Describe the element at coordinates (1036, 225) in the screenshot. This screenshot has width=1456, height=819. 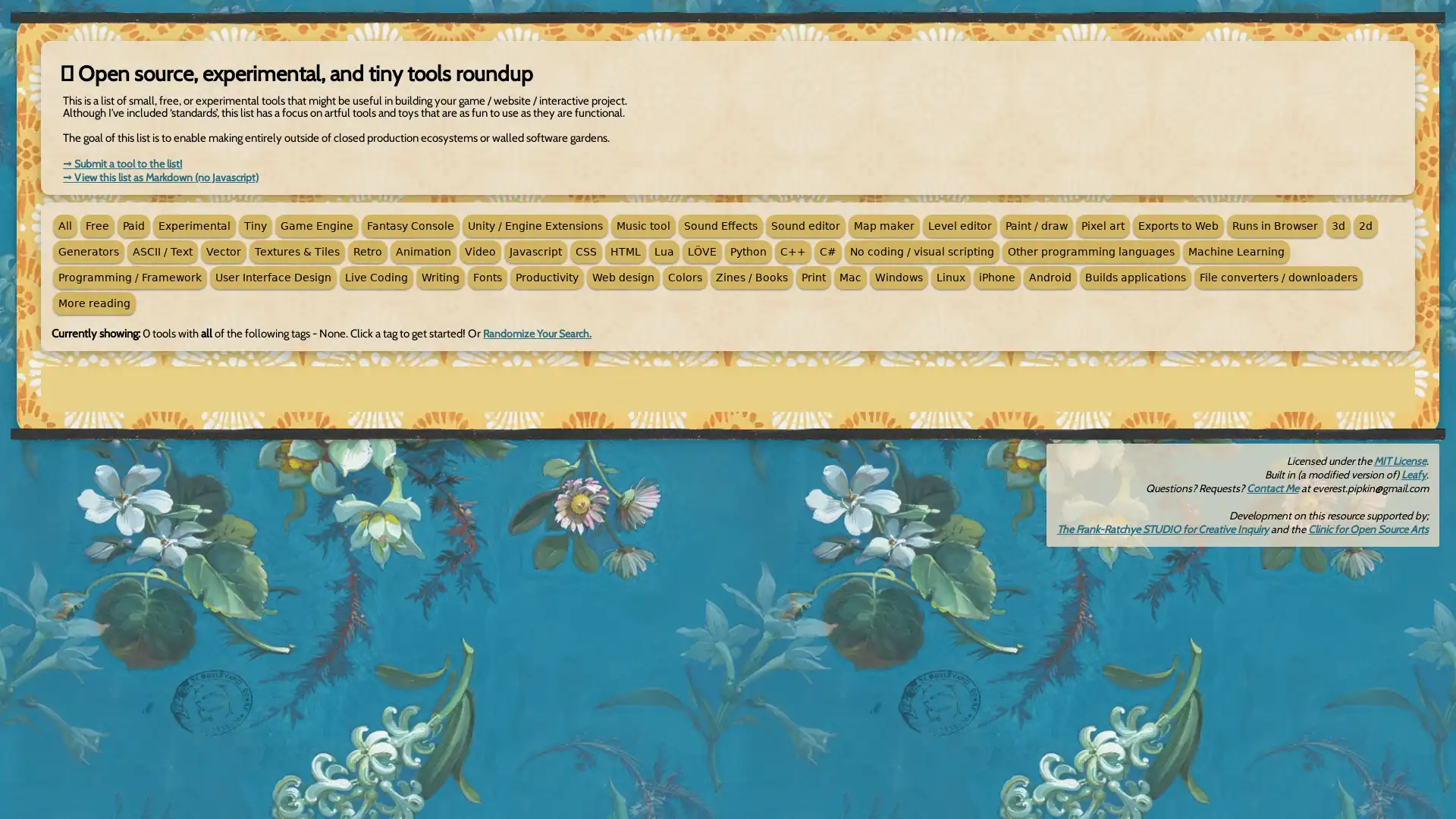
I see `Paint / draw` at that location.